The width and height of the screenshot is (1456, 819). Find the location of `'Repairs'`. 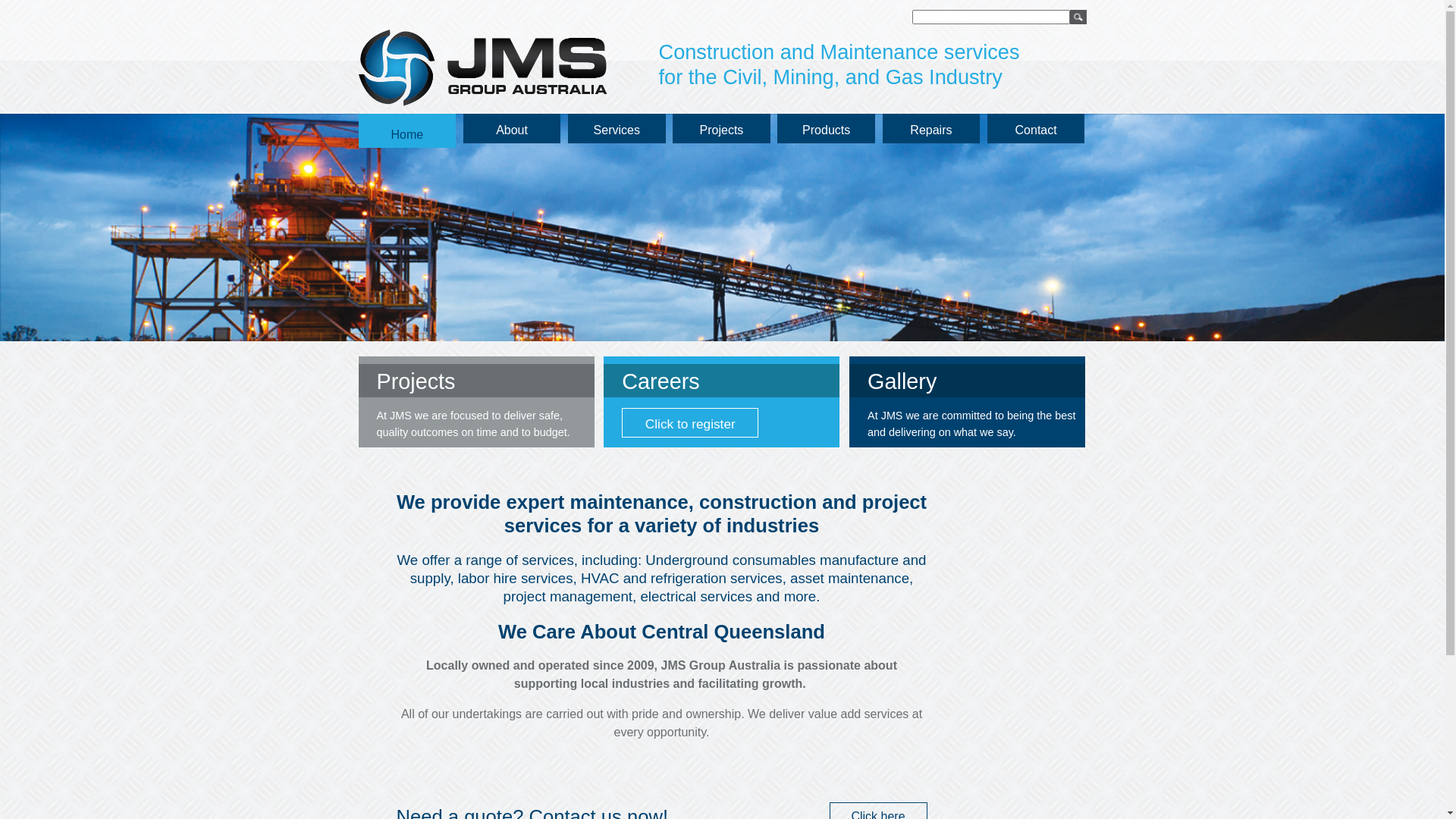

'Repairs' is located at coordinates (930, 127).